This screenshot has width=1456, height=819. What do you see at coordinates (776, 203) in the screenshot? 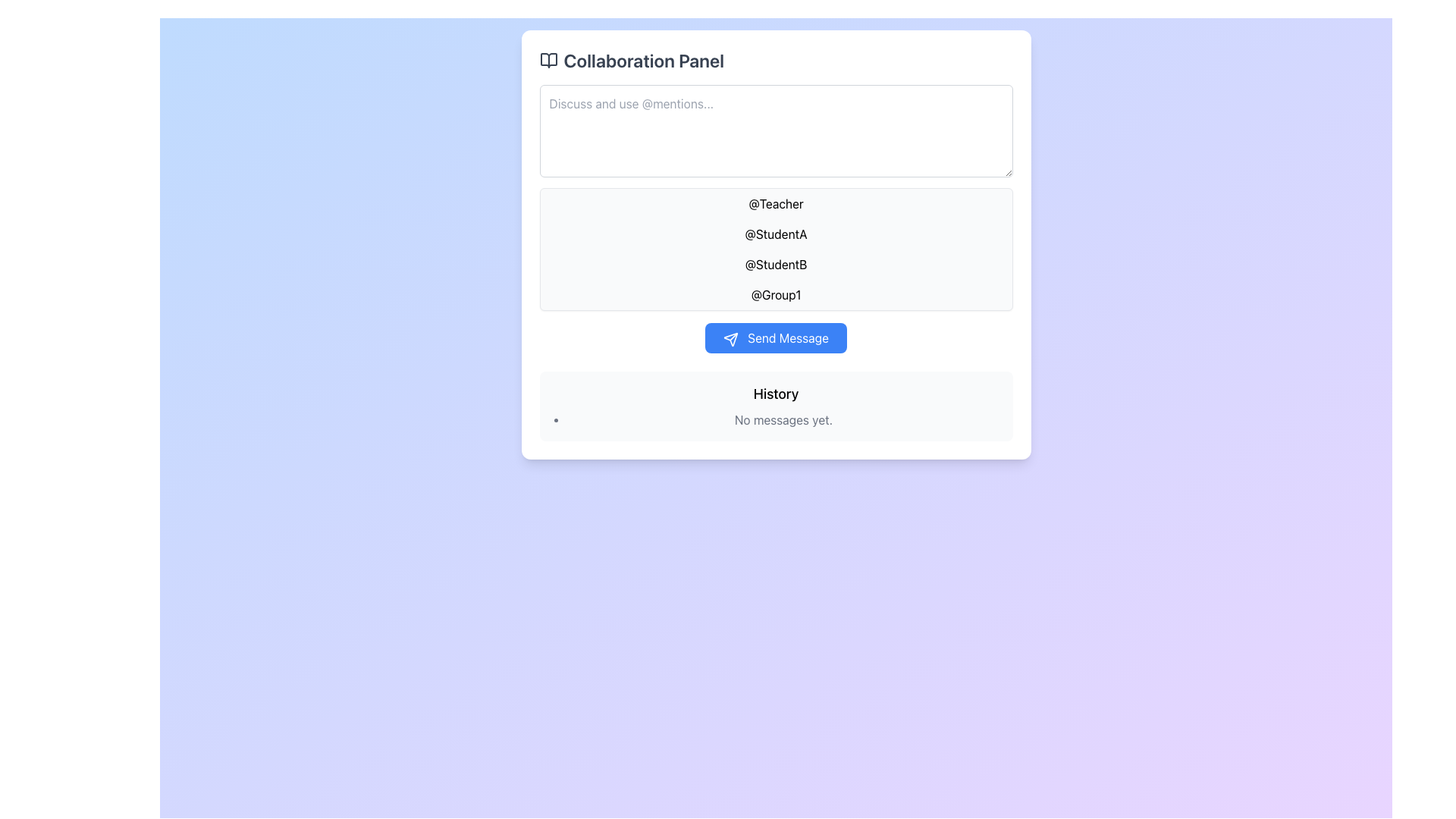
I see `the list item labeled '@Teacher'` at bounding box center [776, 203].